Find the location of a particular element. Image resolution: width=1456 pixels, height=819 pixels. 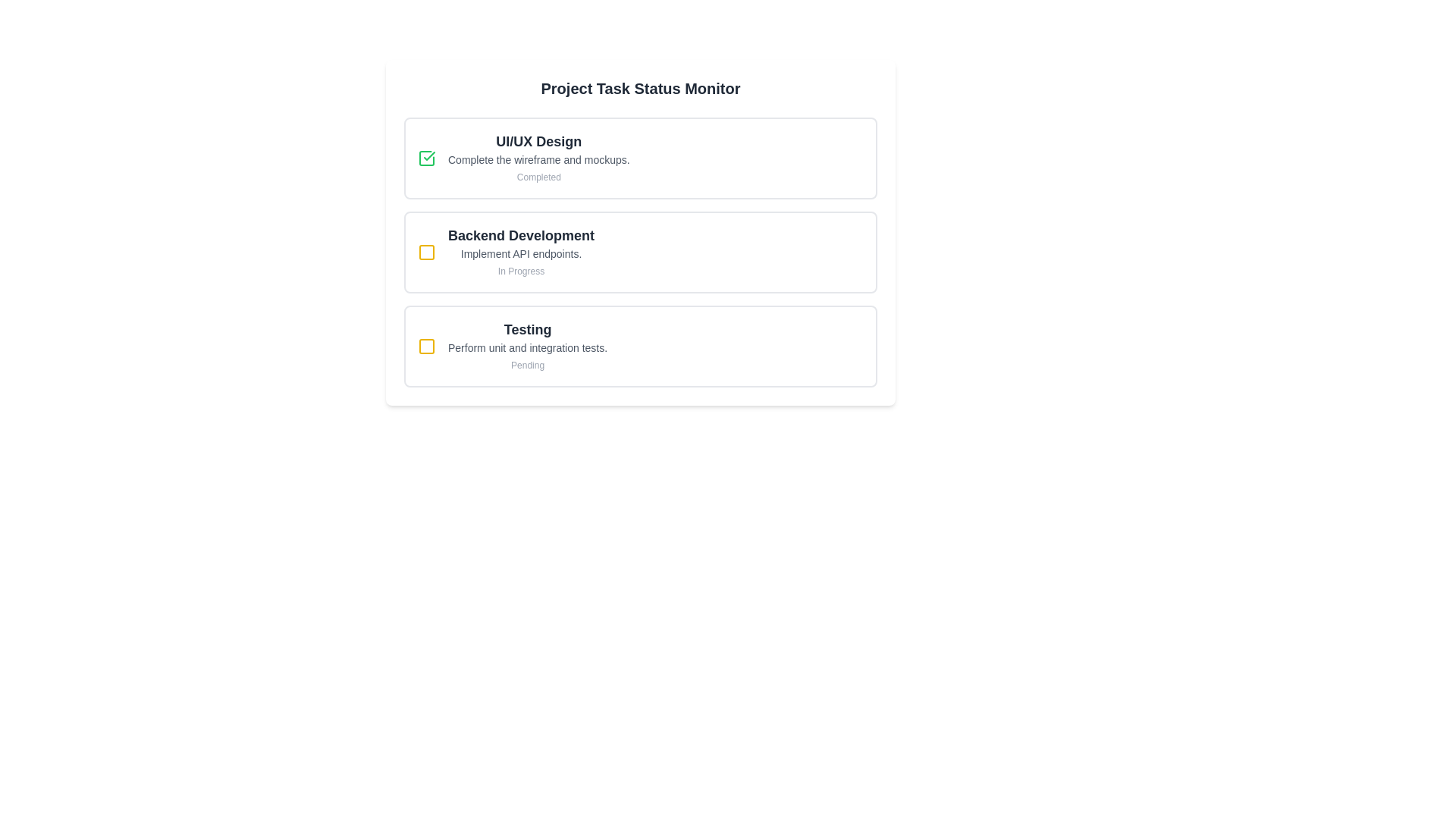

the 'Backend Development' information panel to get more details is located at coordinates (640, 233).